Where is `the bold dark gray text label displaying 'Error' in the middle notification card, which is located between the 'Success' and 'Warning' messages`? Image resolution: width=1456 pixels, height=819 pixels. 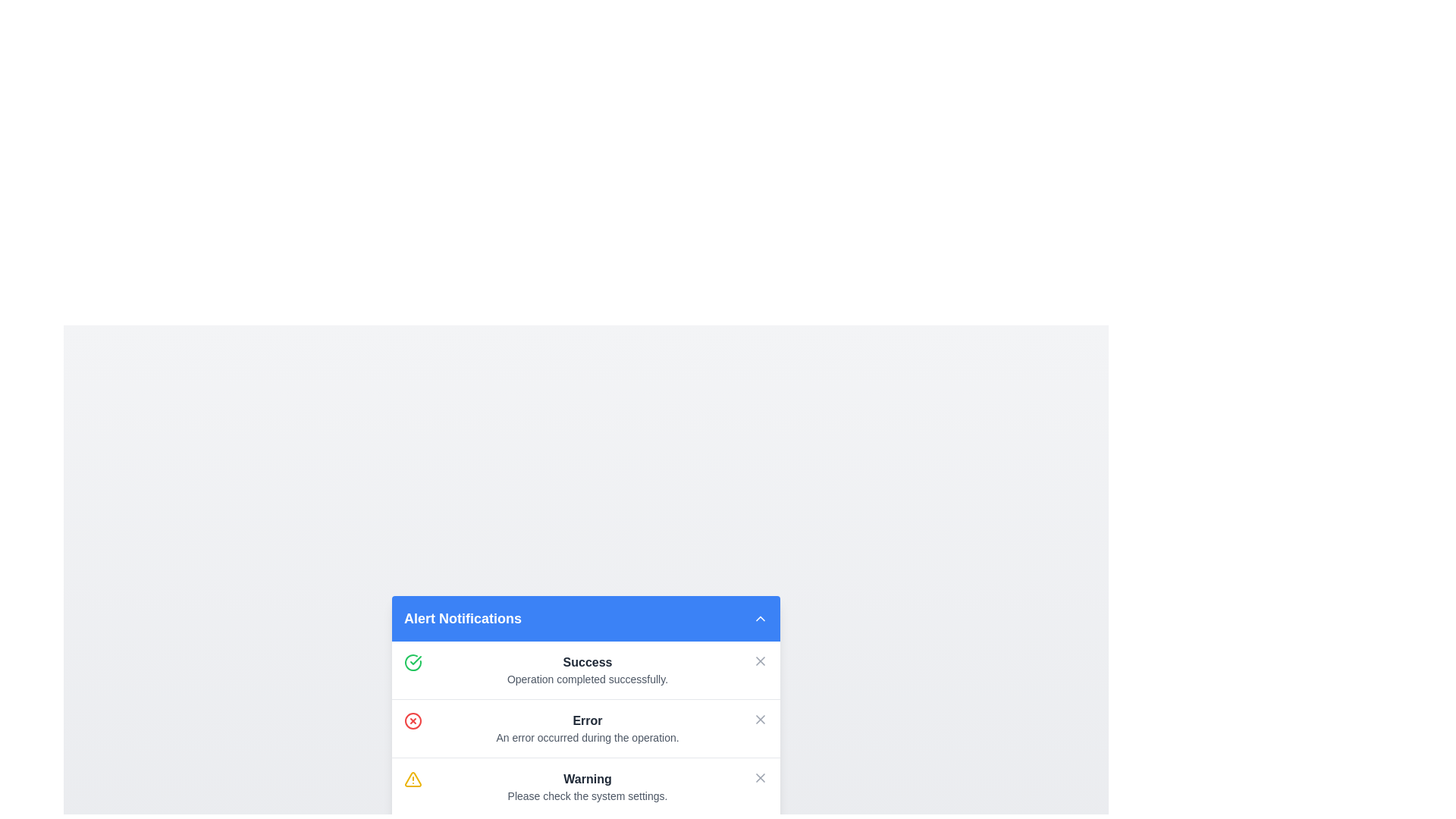 the bold dark gray text label displaying 'Error' in the middle notification card, which is located between the 'Success' and 'Warning' messages is located at coordinates (586, 719).